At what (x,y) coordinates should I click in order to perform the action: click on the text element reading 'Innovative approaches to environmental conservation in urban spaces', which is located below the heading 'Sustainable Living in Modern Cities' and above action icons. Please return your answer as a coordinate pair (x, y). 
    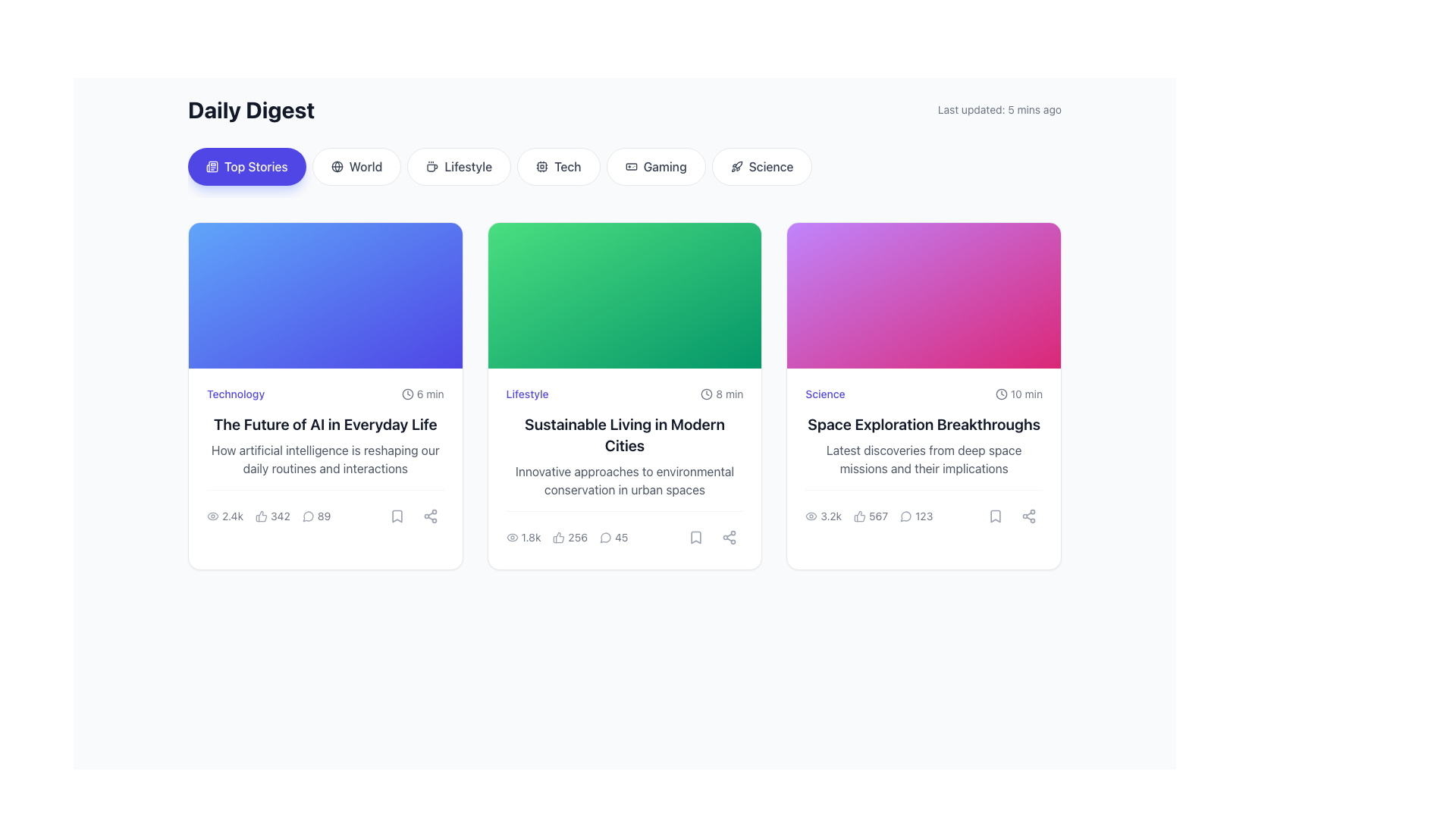
    Looking at the image, I should click on (625, 480).